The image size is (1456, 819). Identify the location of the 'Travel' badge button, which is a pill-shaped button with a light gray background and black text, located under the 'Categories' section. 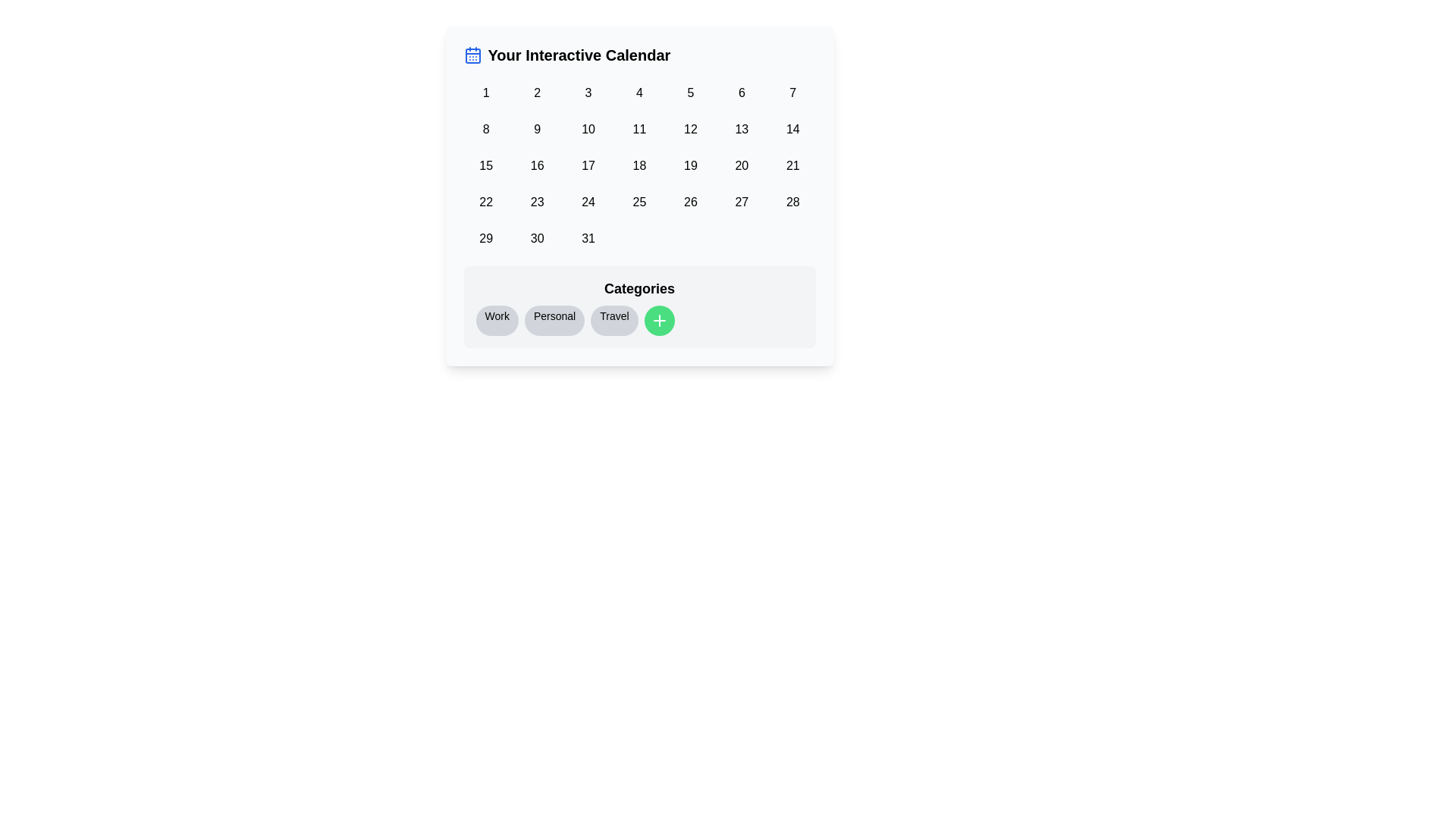
(614, 320).